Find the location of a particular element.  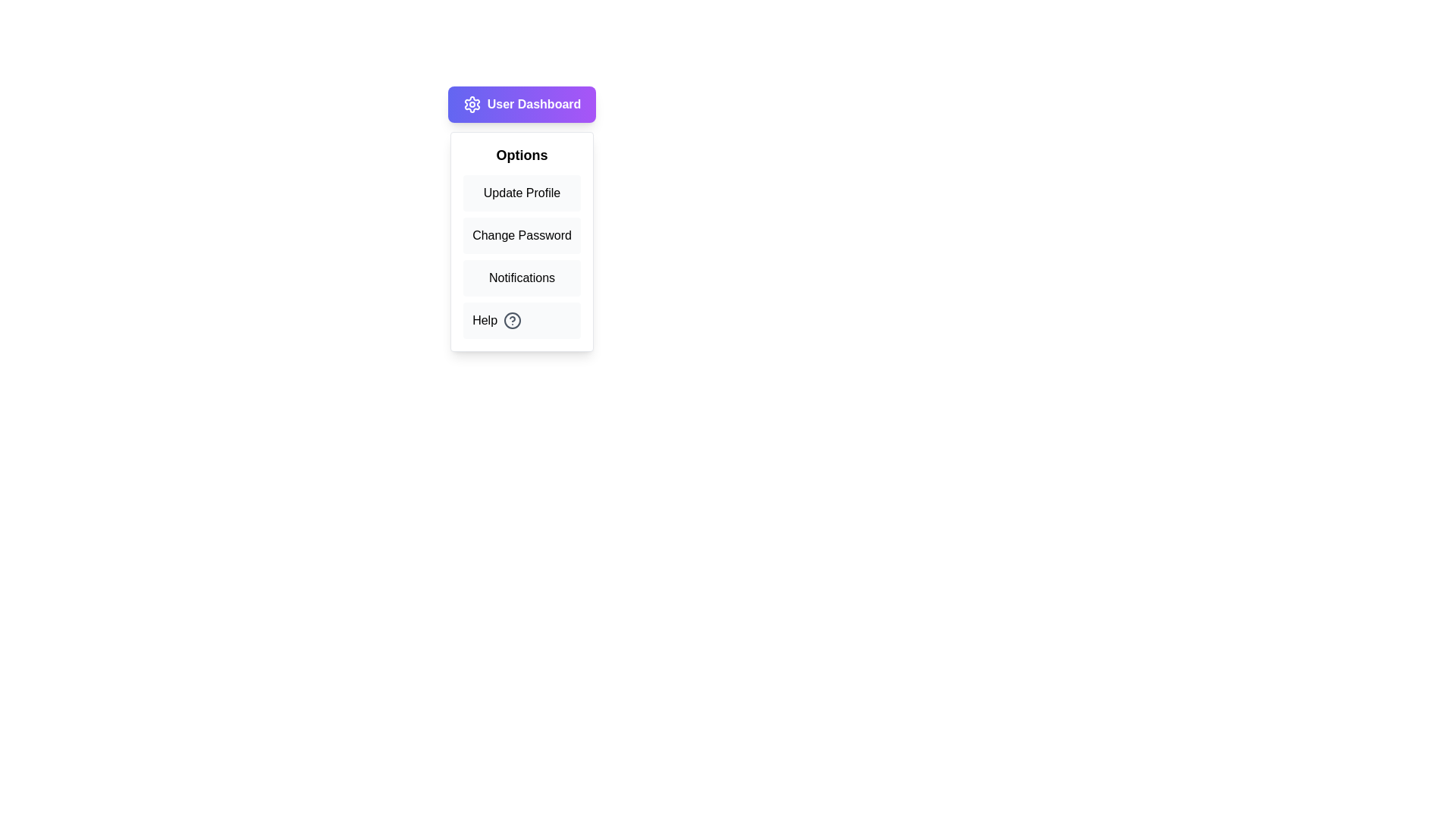

the menu item labeled 'Help' to visually highlight it is located at coordinates (522, 320).